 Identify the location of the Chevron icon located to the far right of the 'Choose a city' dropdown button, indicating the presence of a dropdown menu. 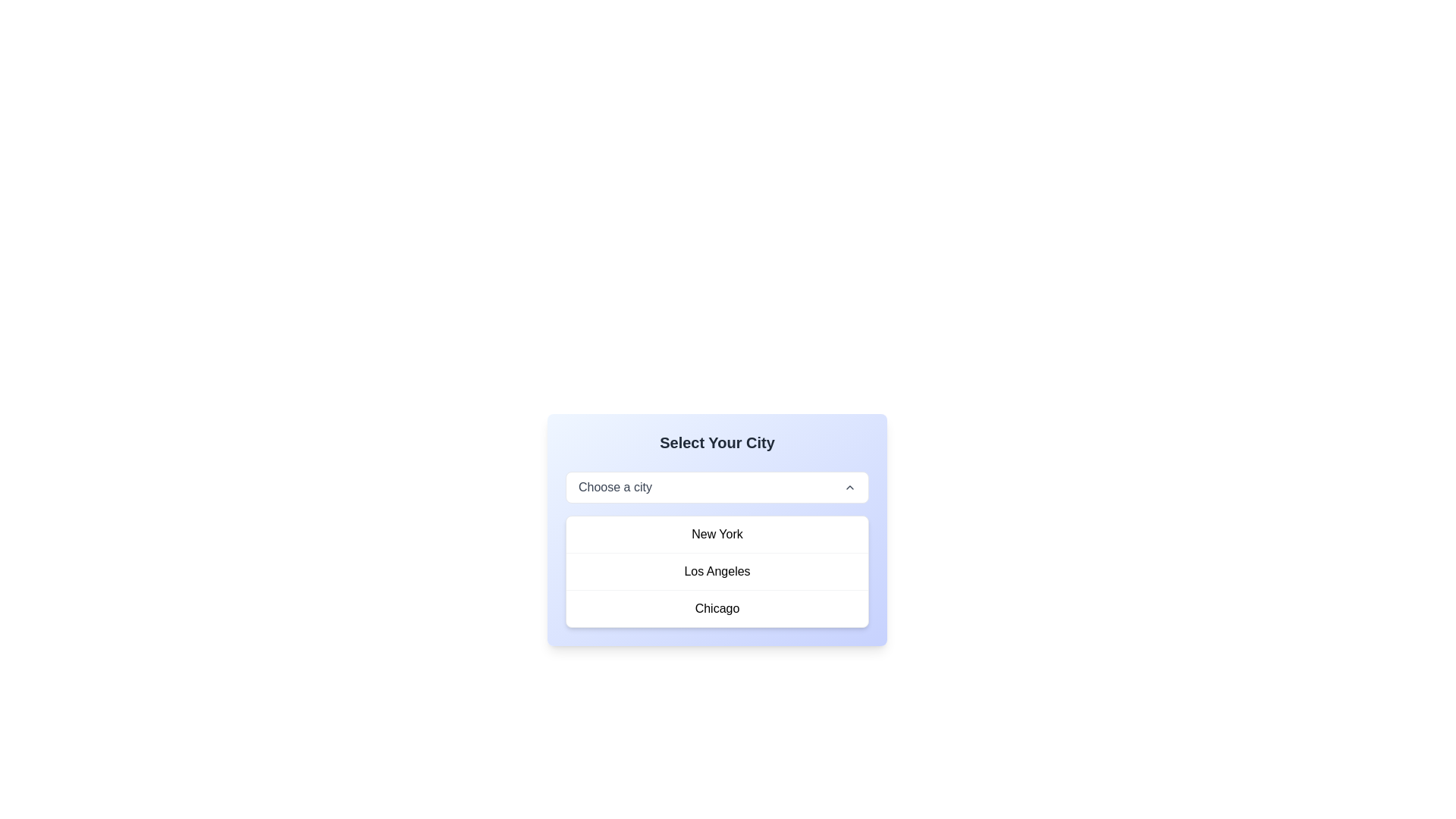
(850, 488).